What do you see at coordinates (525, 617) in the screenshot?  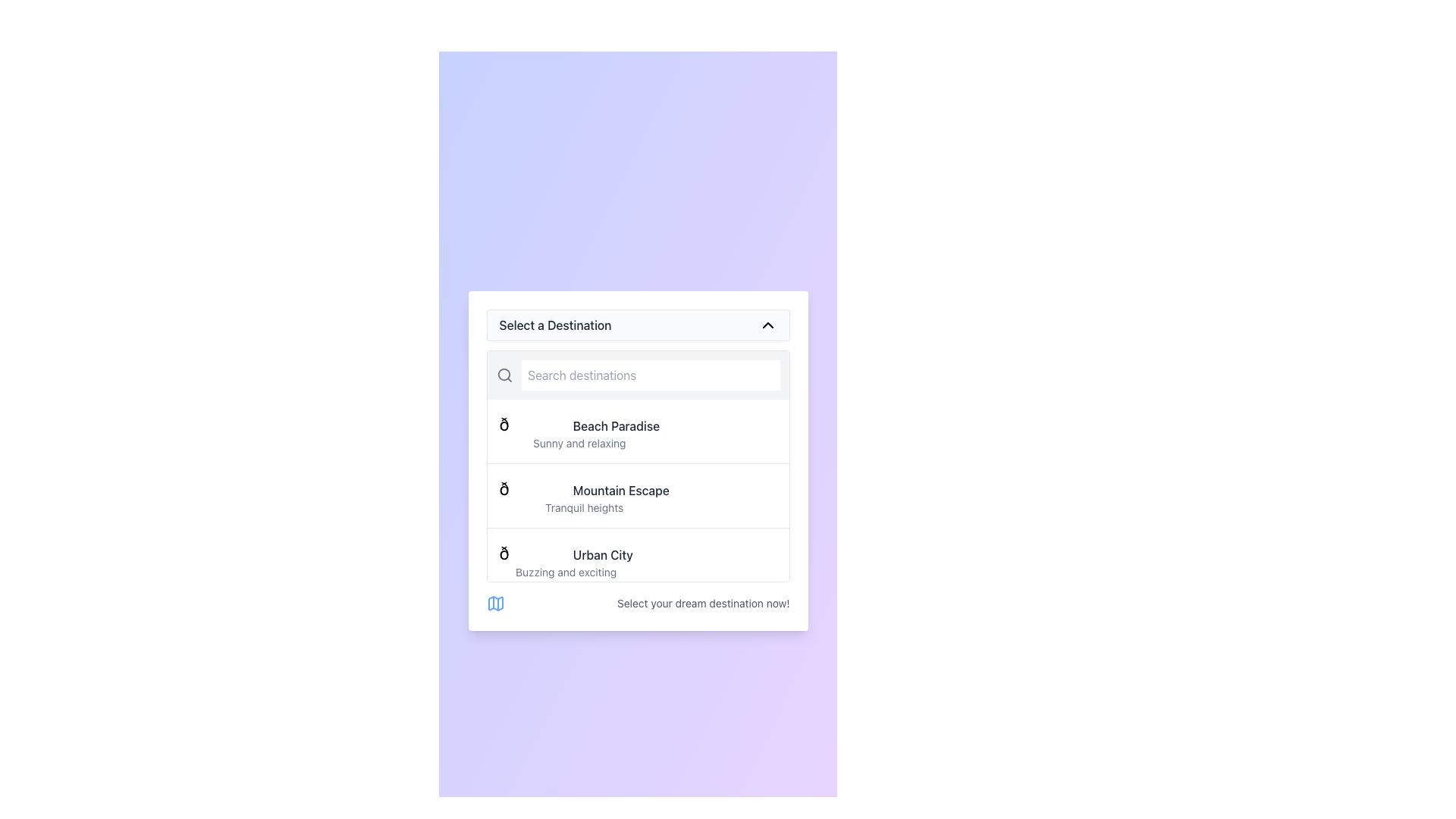 I see `the green leaf emoji icon which is positioned to the left of the text 'Forest Retreat' and 'Peaceful and green' as a visual clue` at bounding box center [525, 617].